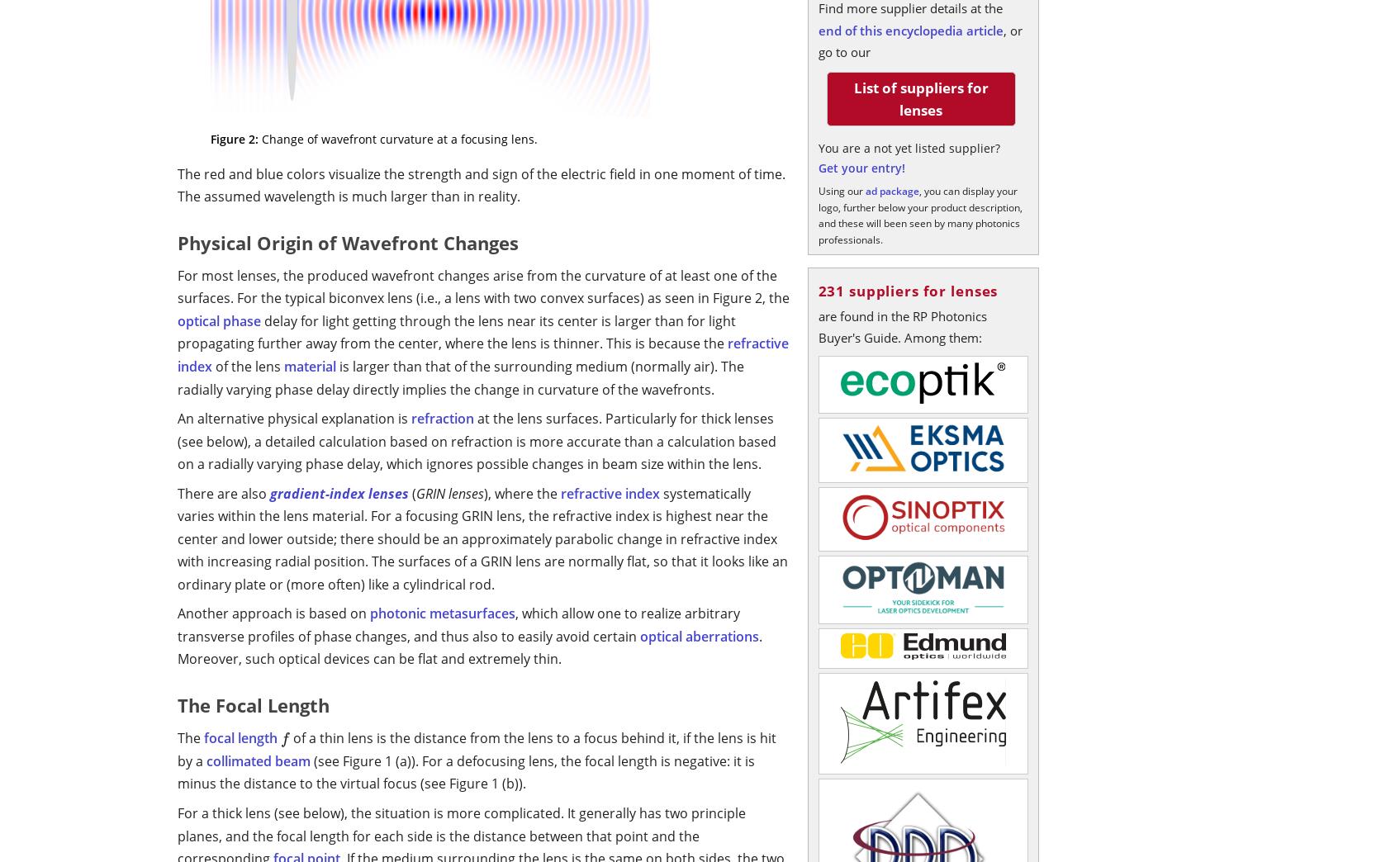  What do you see at coordinates (219, 320) in the screenshot?
I see `'optical phase'` at bounding box center [219, 320].